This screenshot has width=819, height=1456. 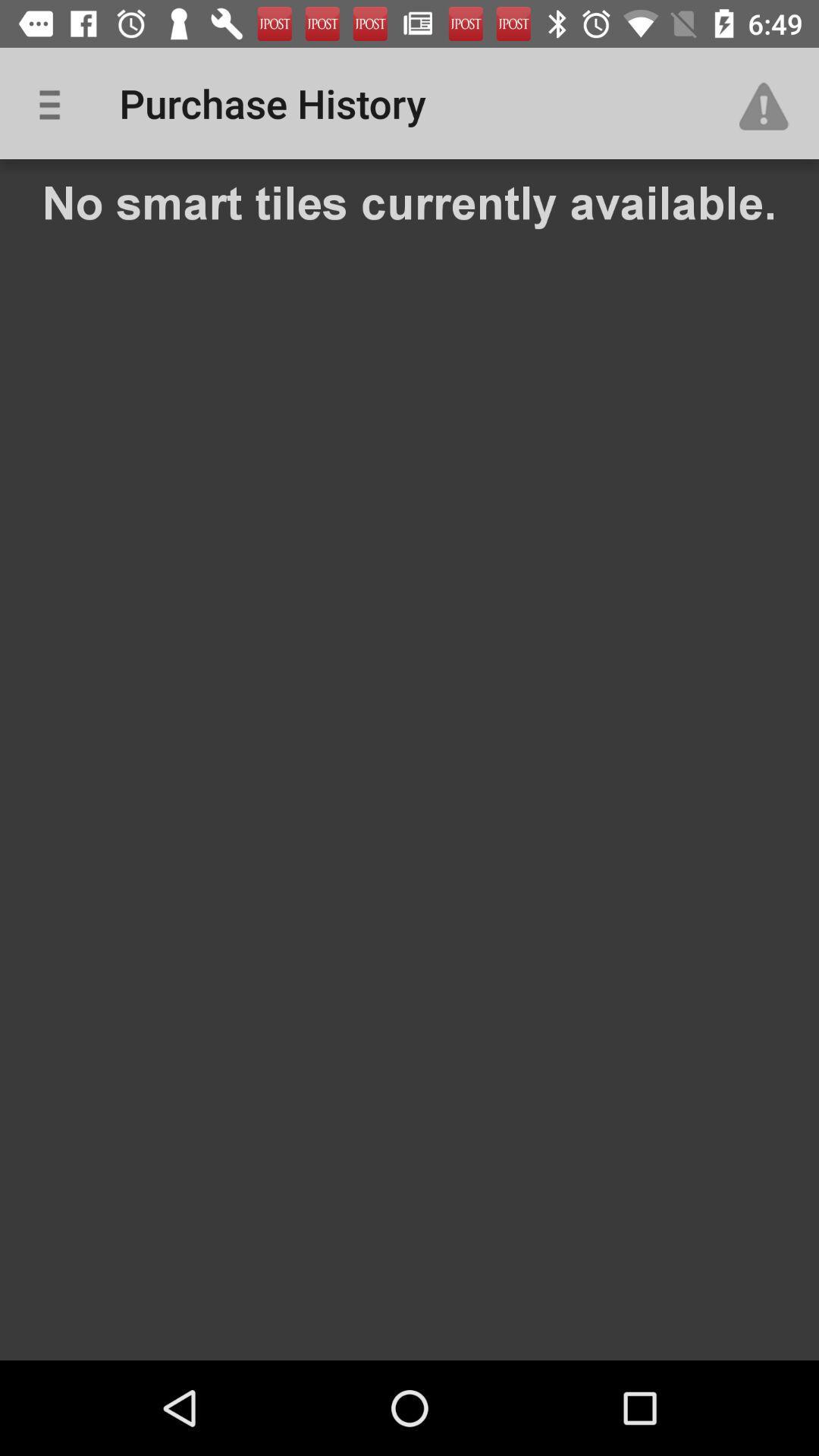 What do you see at coordinates (55, 102) in the screenshot?
I see `the icon next to the purchase history app` at bounding box center [55, 102].